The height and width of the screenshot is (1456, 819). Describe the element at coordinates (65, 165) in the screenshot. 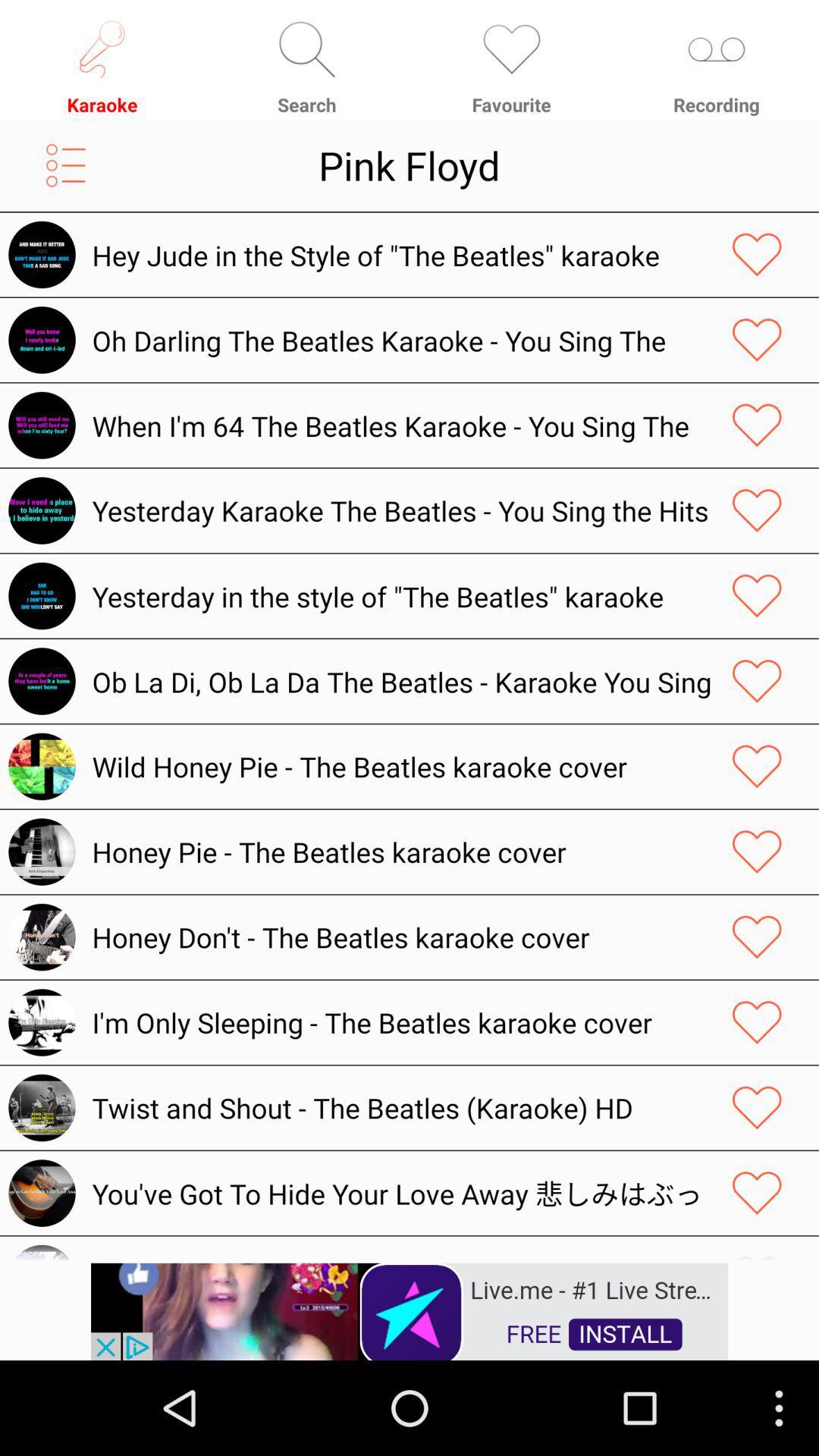

I see `open menu` at that location.